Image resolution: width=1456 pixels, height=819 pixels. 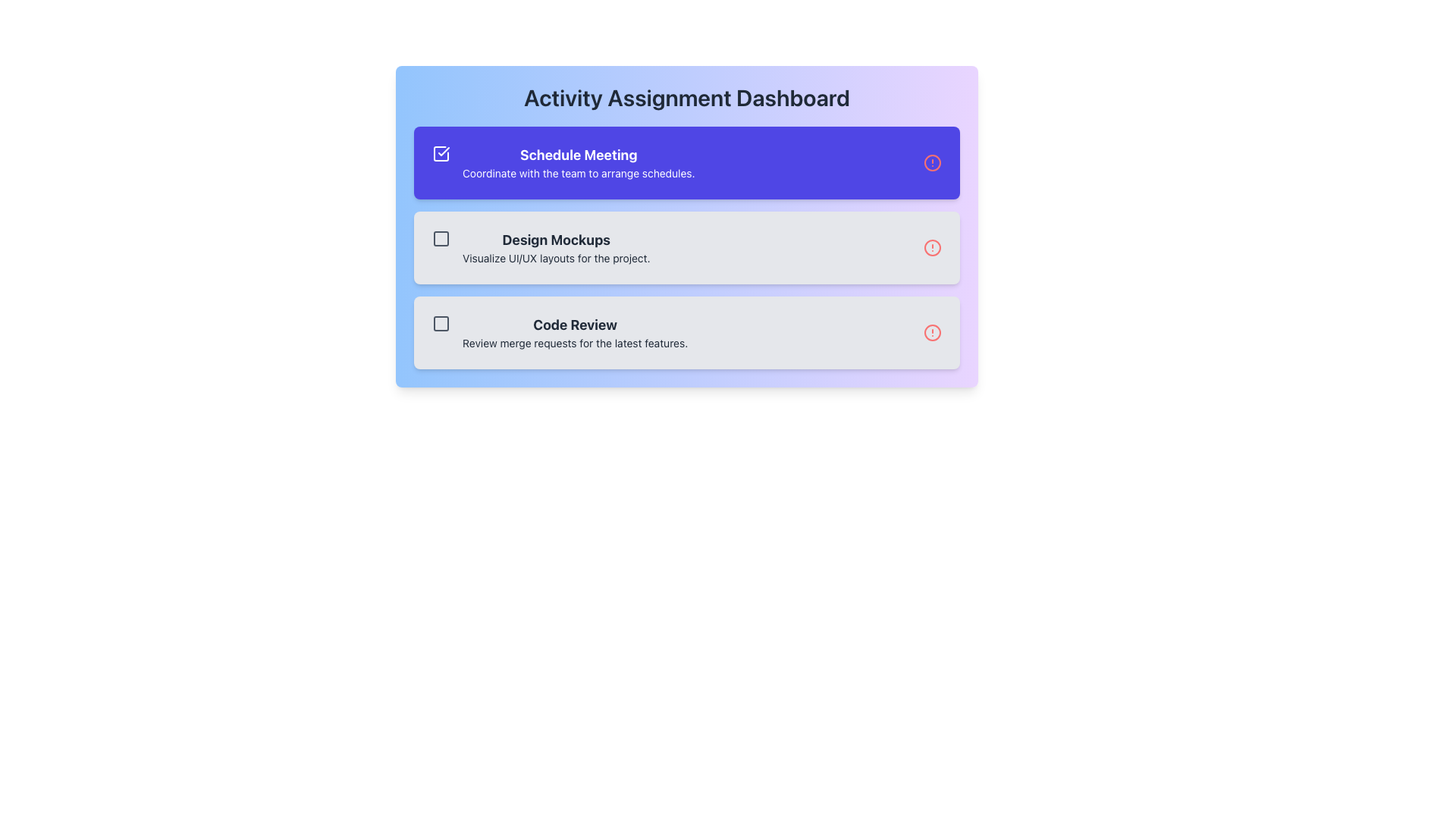 What do you see at coordinates (931, 163) in the screenshot?
I see `the alert notification icon located at the top-right corner of the 'Schedule Meeting' pane in the 'Activity Assignment Dashboard'` at bounding box center [931, 163].